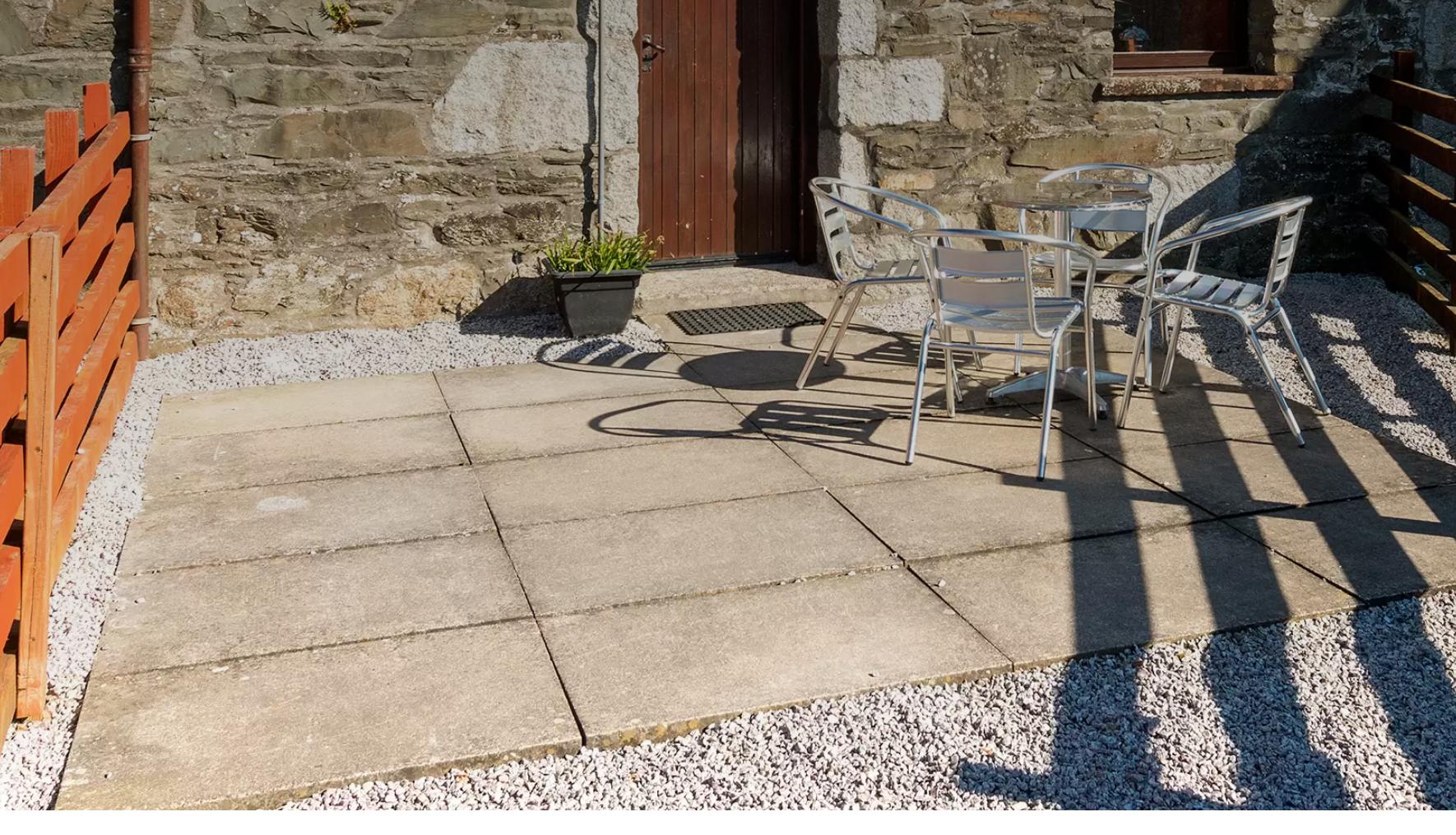 This screenshot has height=835, width=1456. Describe the element at coordinates (447, 791) in the screenshot. I see `'This site uses cookies.'` at that location.